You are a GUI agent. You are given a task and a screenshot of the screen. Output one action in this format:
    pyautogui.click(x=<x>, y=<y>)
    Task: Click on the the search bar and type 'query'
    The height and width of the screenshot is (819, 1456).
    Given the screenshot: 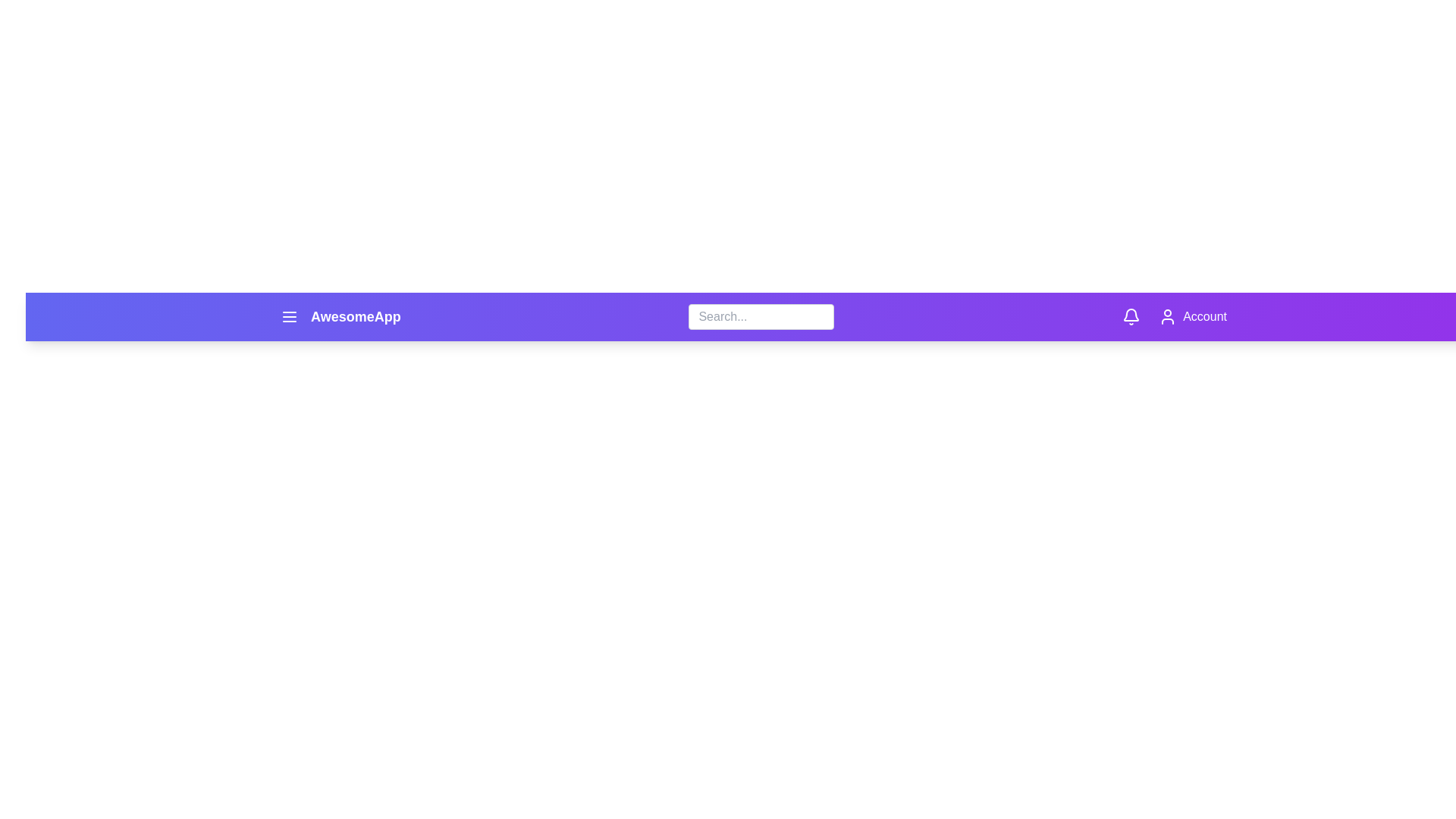 What is the action you would take?
    pyautogui.click(x=761, y=315)
    